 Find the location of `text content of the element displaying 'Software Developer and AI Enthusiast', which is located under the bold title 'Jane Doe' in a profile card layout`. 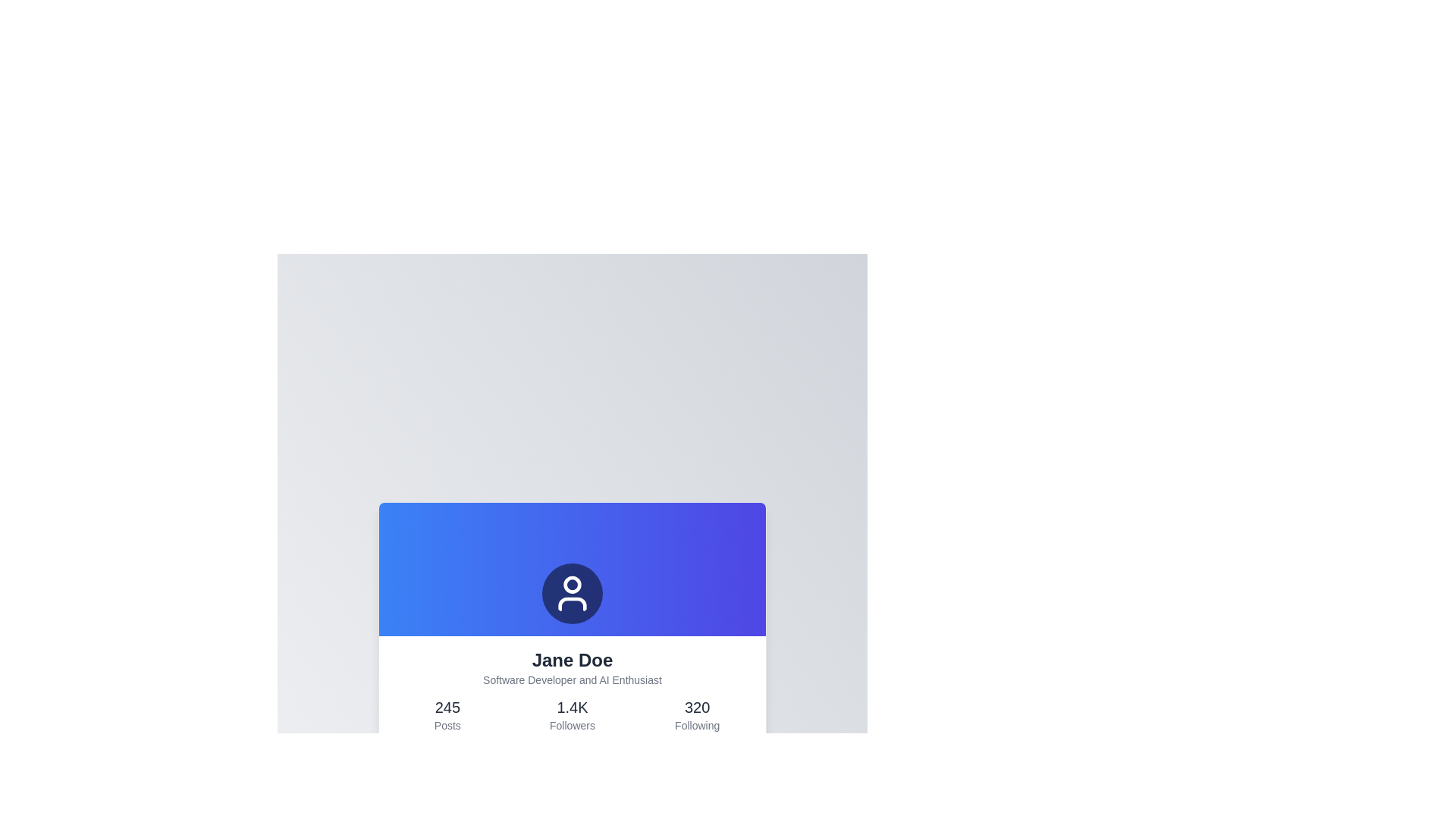

text content of the element displaying 'Software Developer and AI Enthusiast', which is located under the bold title 'Jane Doe' in a profile card layout is located at coordinates (571, 679).